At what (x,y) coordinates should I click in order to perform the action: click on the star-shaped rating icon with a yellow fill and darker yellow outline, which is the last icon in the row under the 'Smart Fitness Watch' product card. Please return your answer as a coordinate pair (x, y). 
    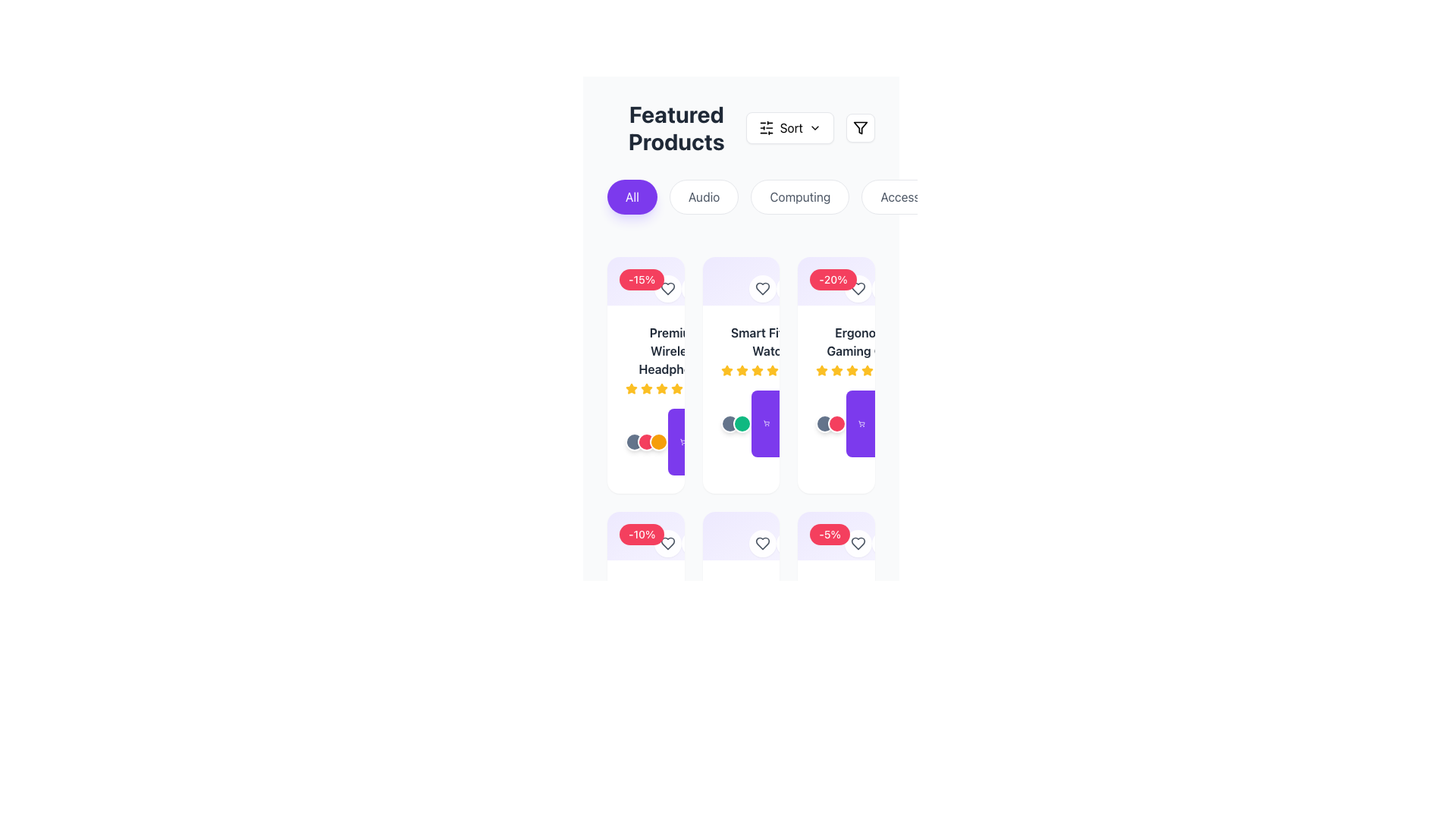
    Looking at the image, I should click on (772, 371).